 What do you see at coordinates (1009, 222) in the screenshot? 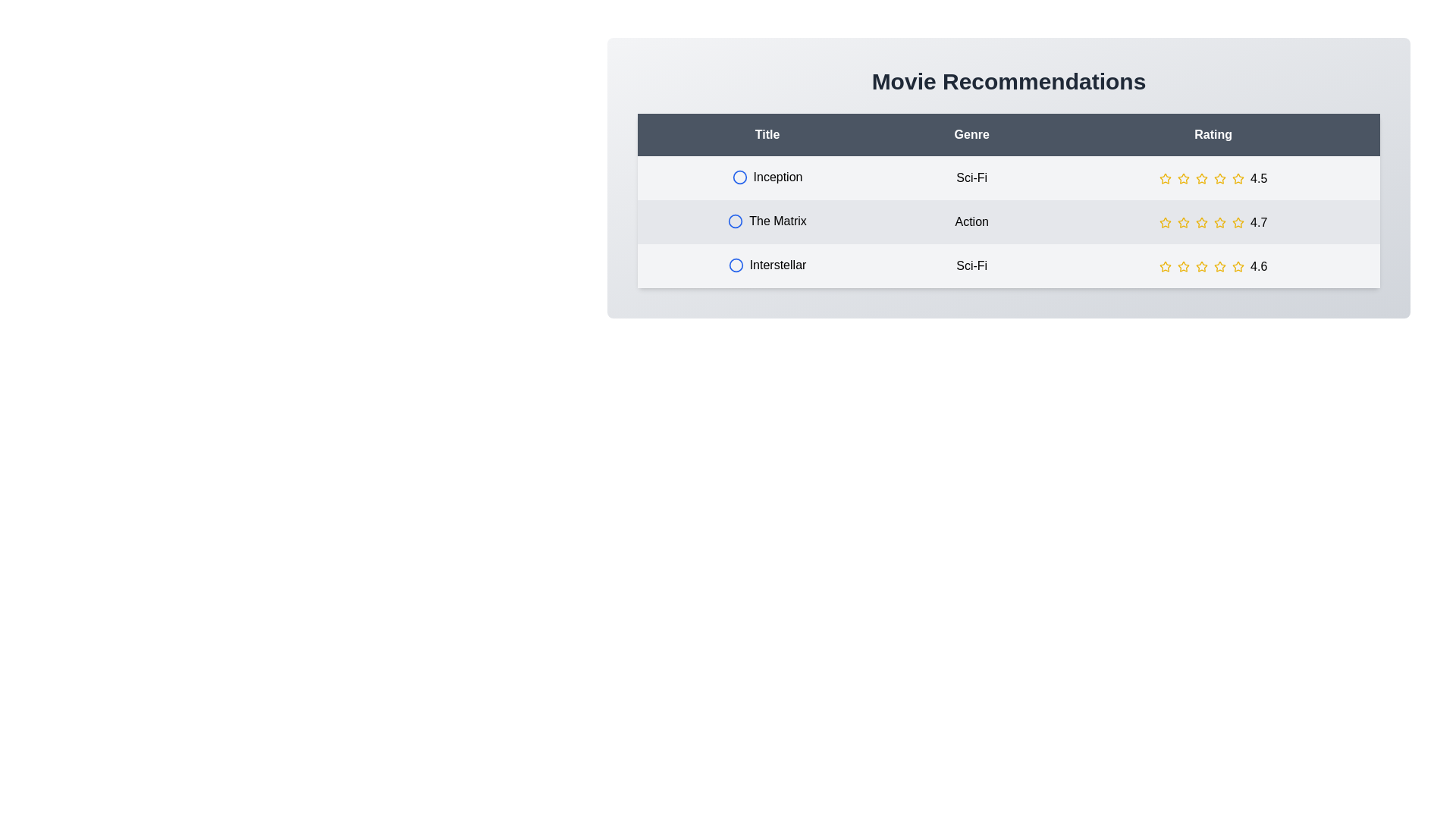
I see `the row corresponding to The Matrix` at bounding box center [1009, 222].